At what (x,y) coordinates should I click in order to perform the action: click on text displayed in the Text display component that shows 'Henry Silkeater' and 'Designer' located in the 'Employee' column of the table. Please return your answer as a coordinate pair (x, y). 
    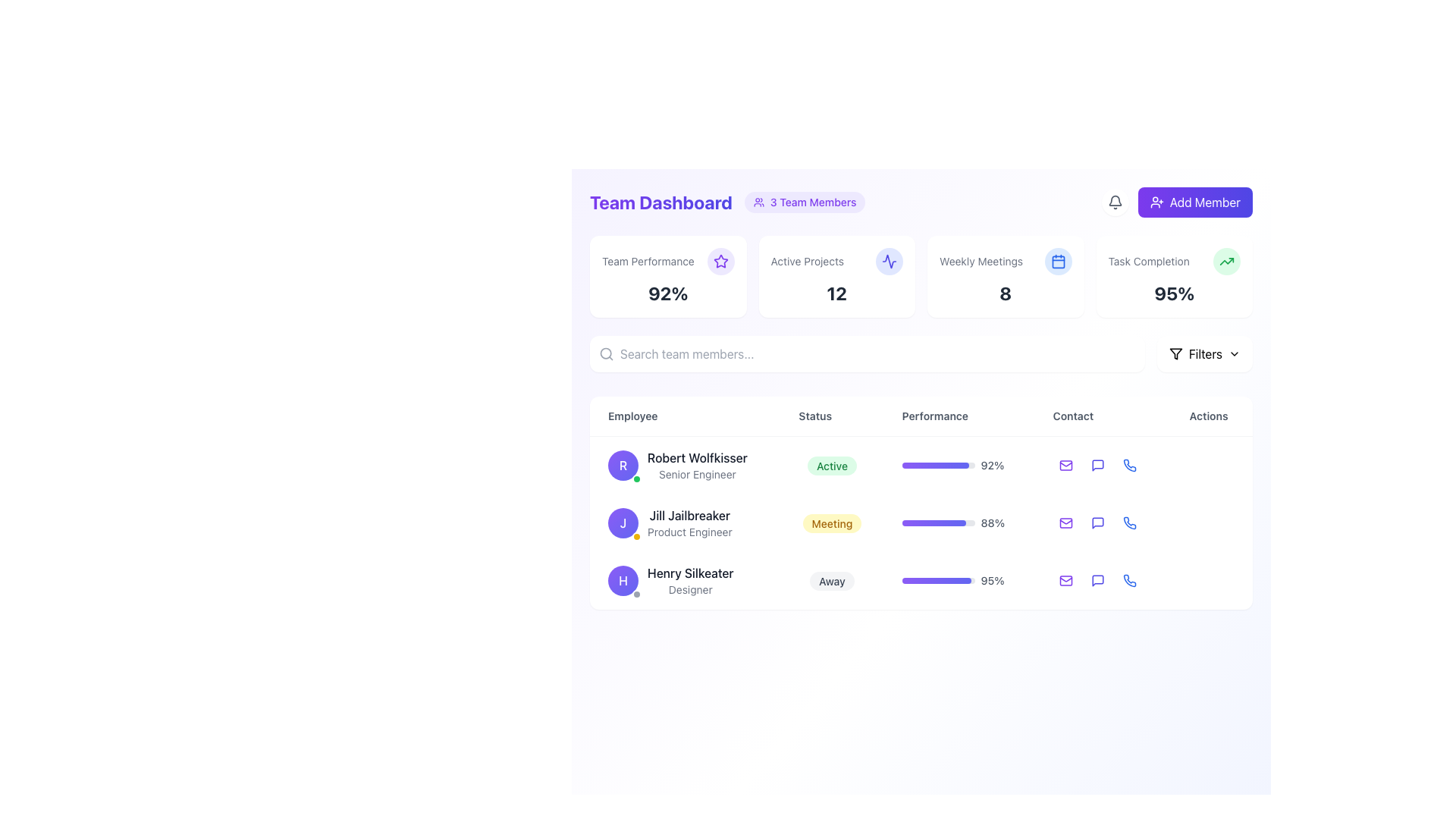
    Looking at the image, I should click on (689, 580).